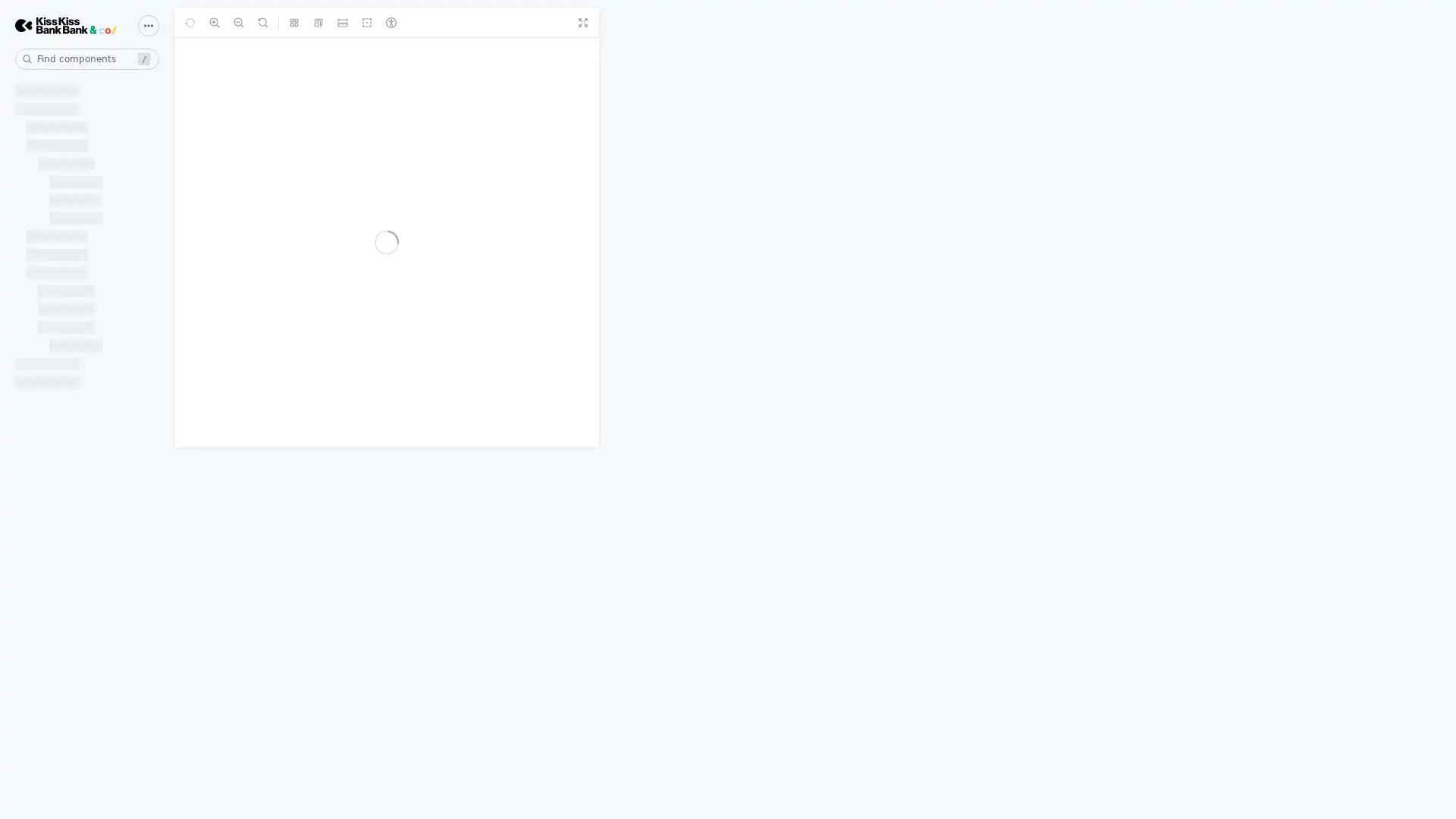  Describe the element at coordinates (307, 23) in the screenshot. I see `Remount component` at that location.